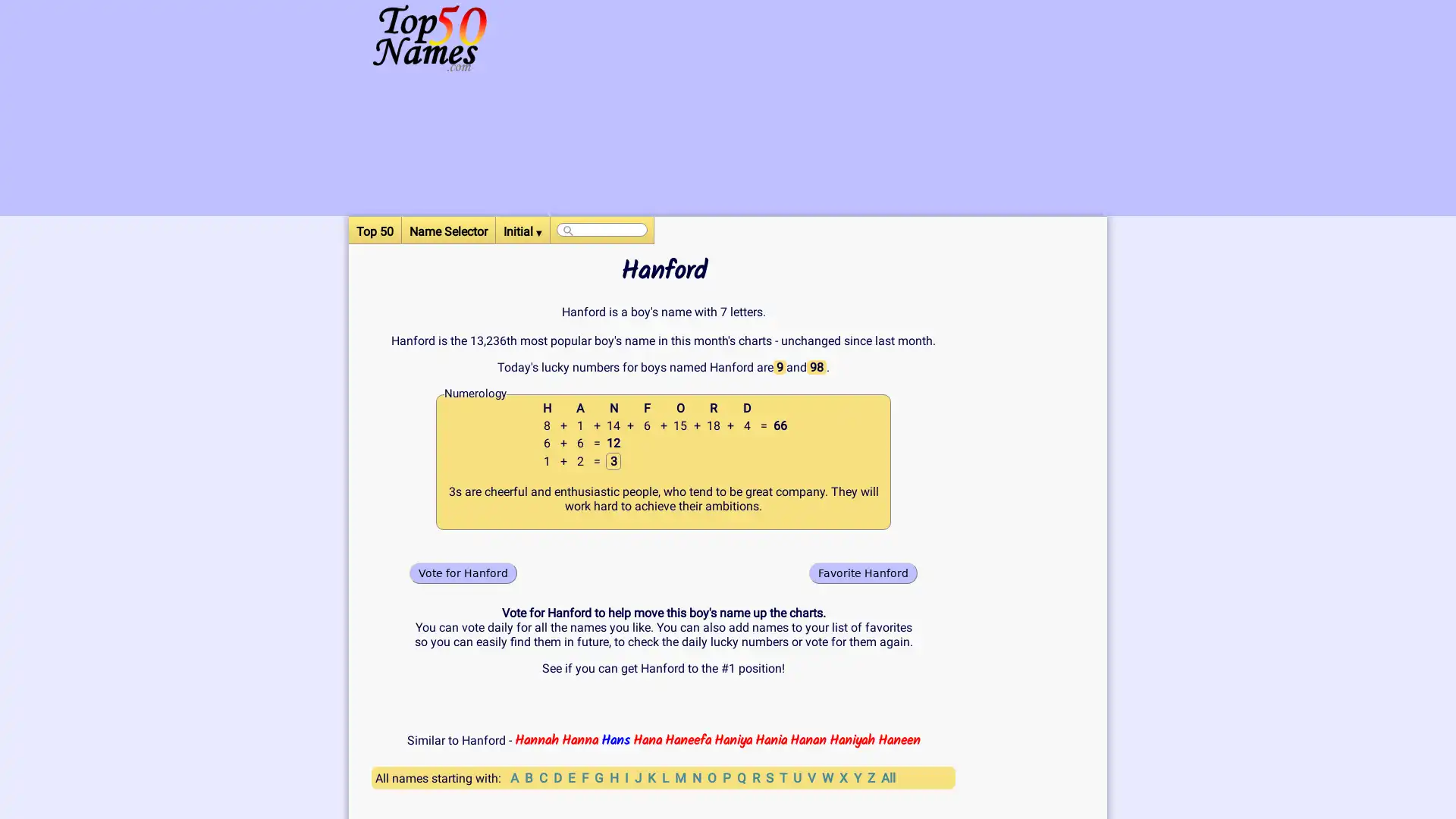  I want to click on Vote for Hanford, so click(462, 573).